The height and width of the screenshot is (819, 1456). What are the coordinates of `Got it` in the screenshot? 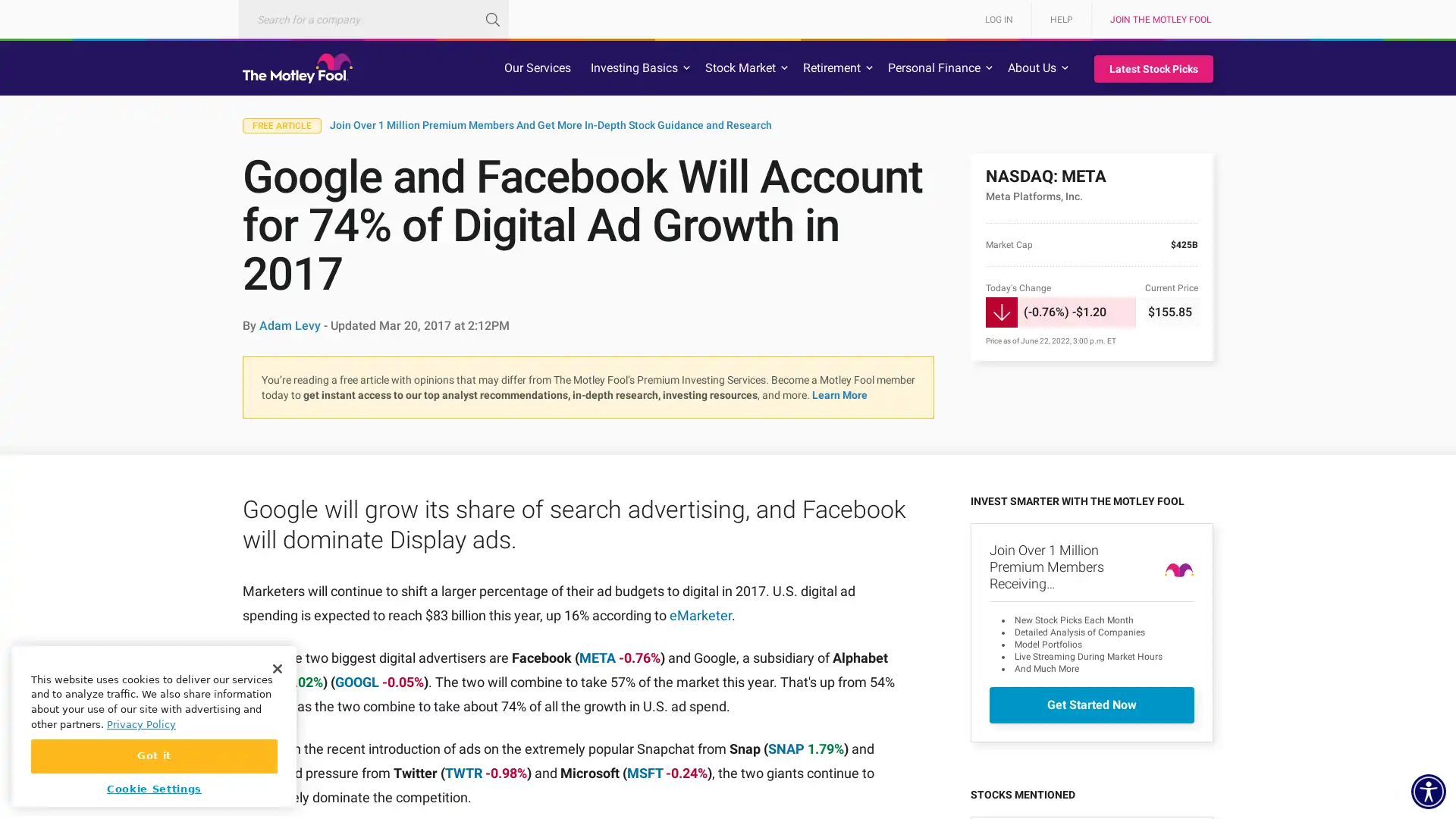 It's located at (154, 755).